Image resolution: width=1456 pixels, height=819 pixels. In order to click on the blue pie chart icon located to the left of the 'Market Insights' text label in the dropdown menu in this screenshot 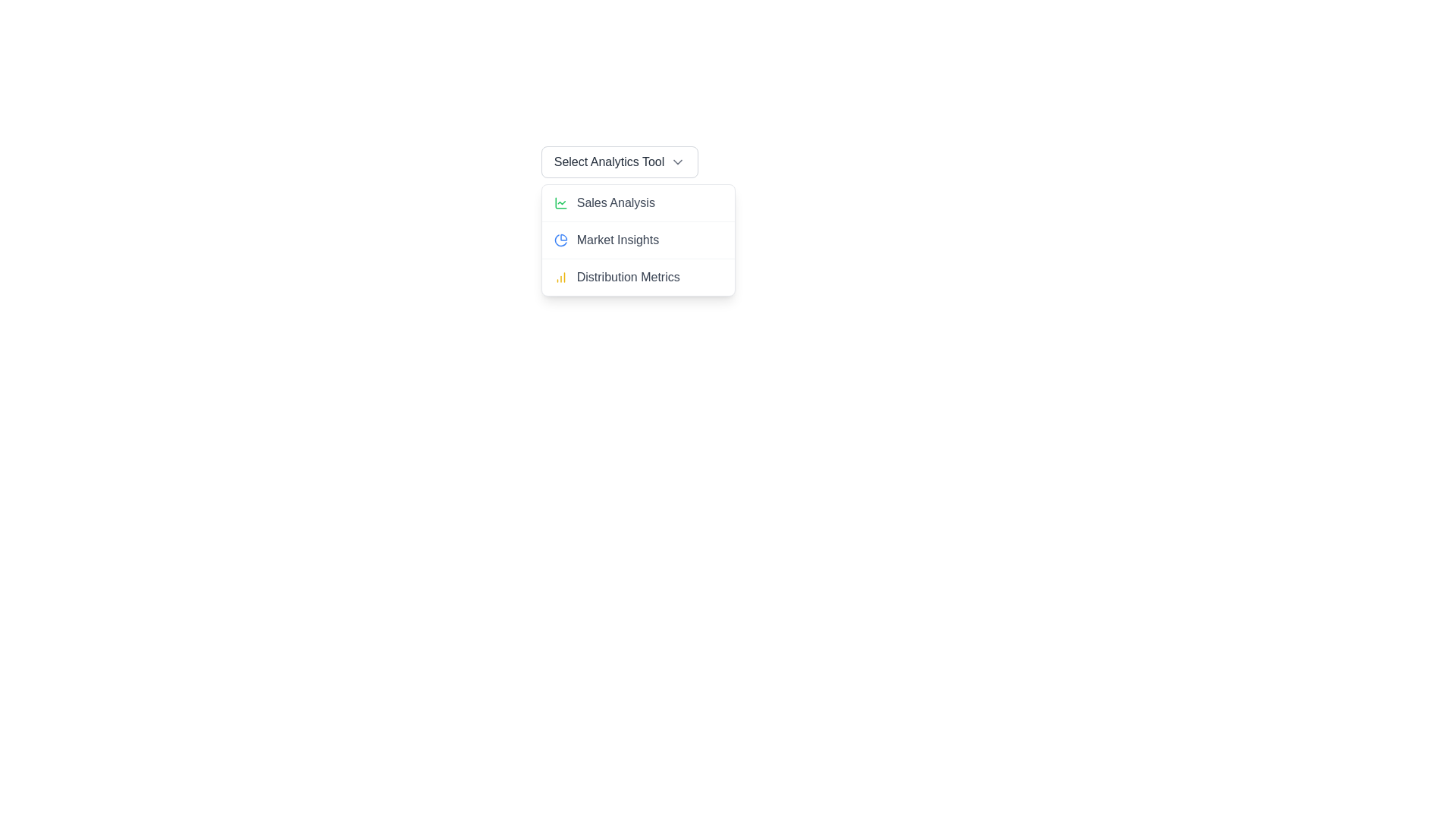, I will do `click(560, 239)`.